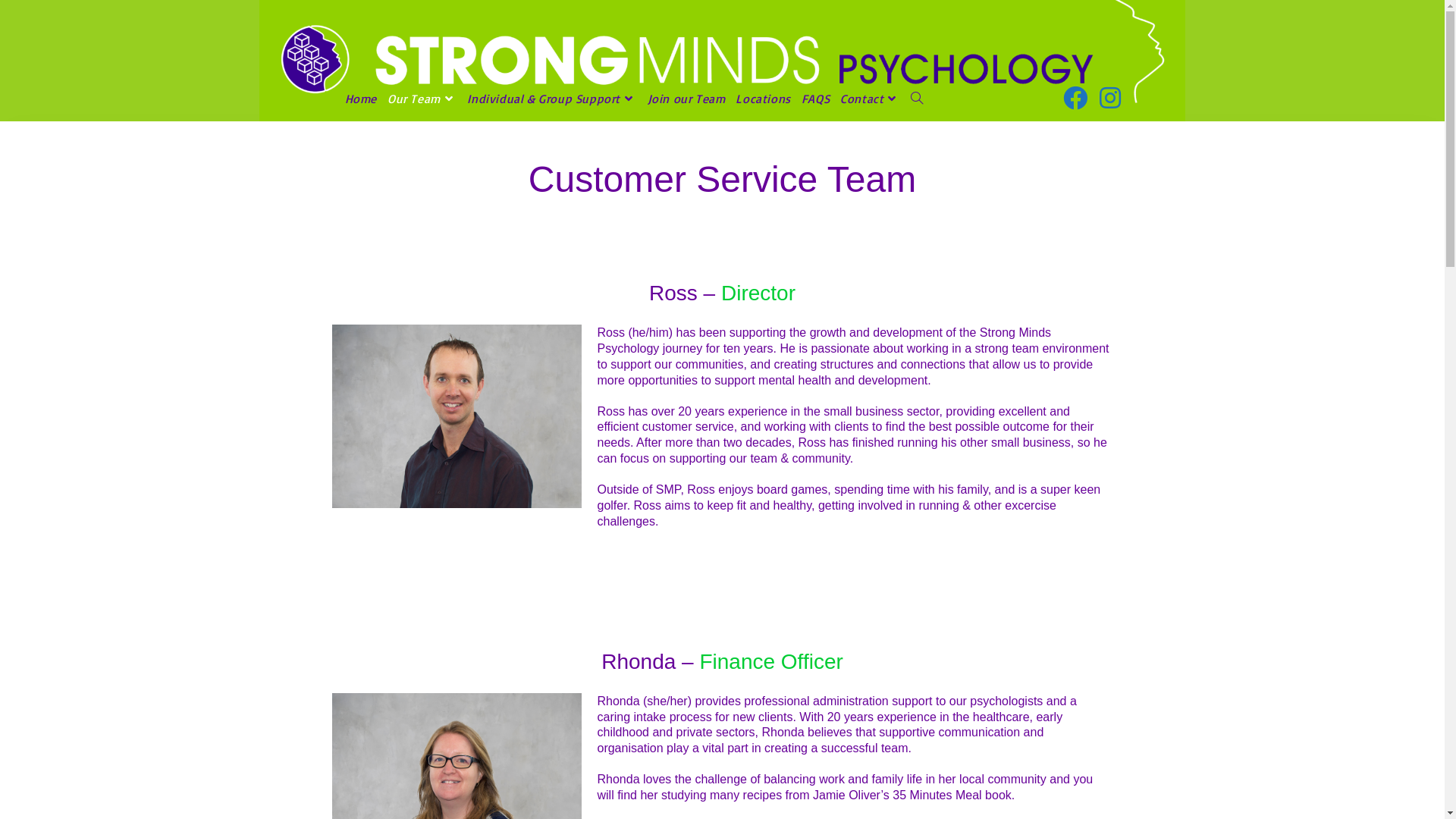  I want to click on 'Home', so click(359, 99).